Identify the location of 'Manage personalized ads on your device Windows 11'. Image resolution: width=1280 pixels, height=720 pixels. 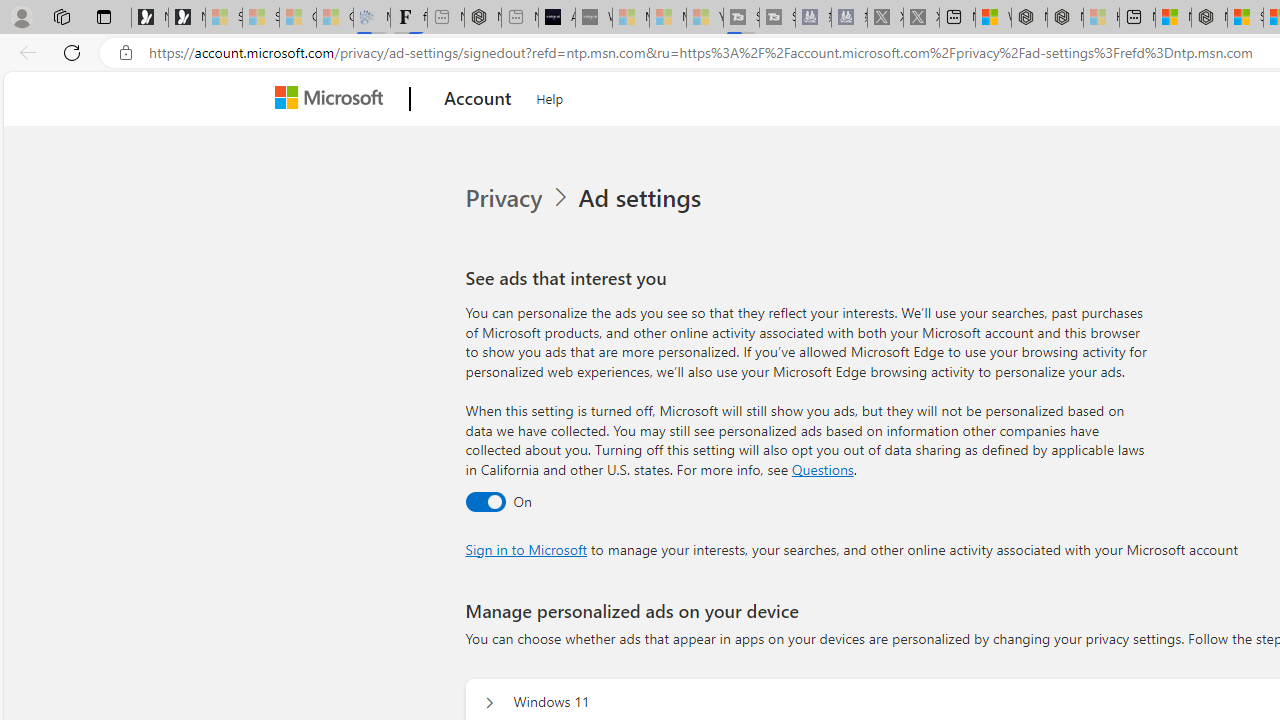
(489, 702).